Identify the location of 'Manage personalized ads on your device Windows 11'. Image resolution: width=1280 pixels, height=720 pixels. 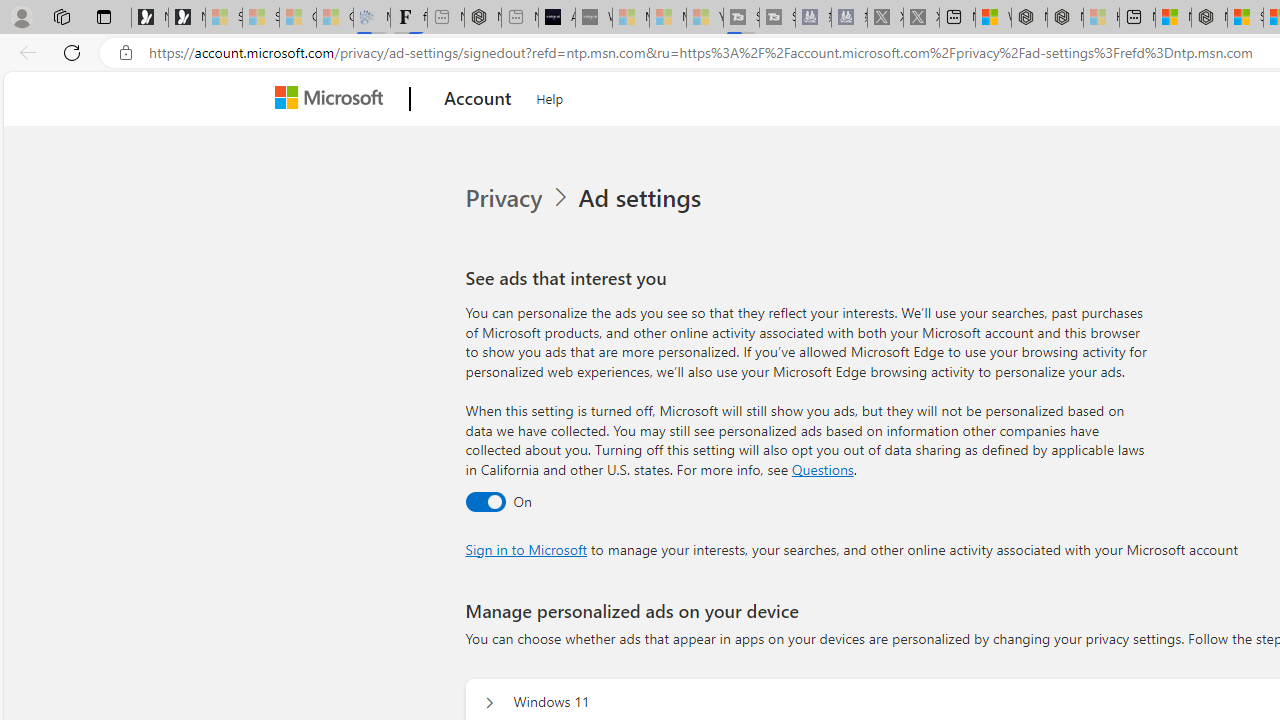
(489, 702).